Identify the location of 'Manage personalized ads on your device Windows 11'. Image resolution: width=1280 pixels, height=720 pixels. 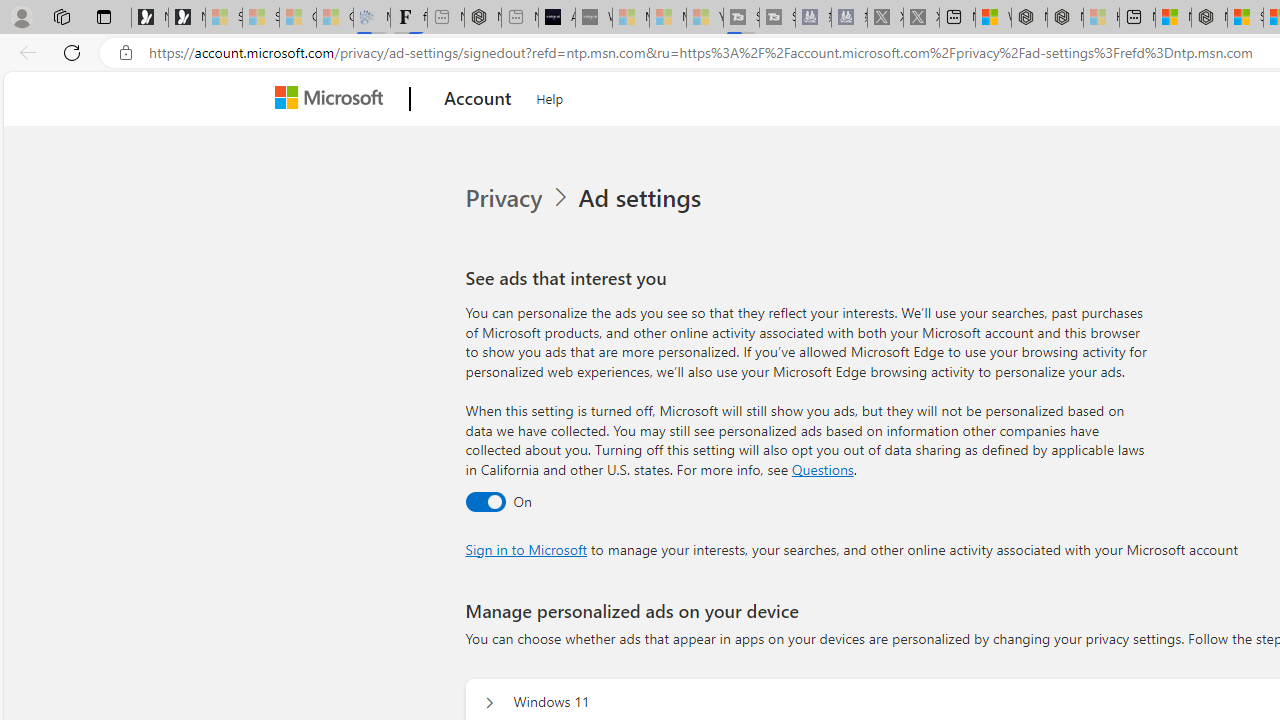
(489, 702).